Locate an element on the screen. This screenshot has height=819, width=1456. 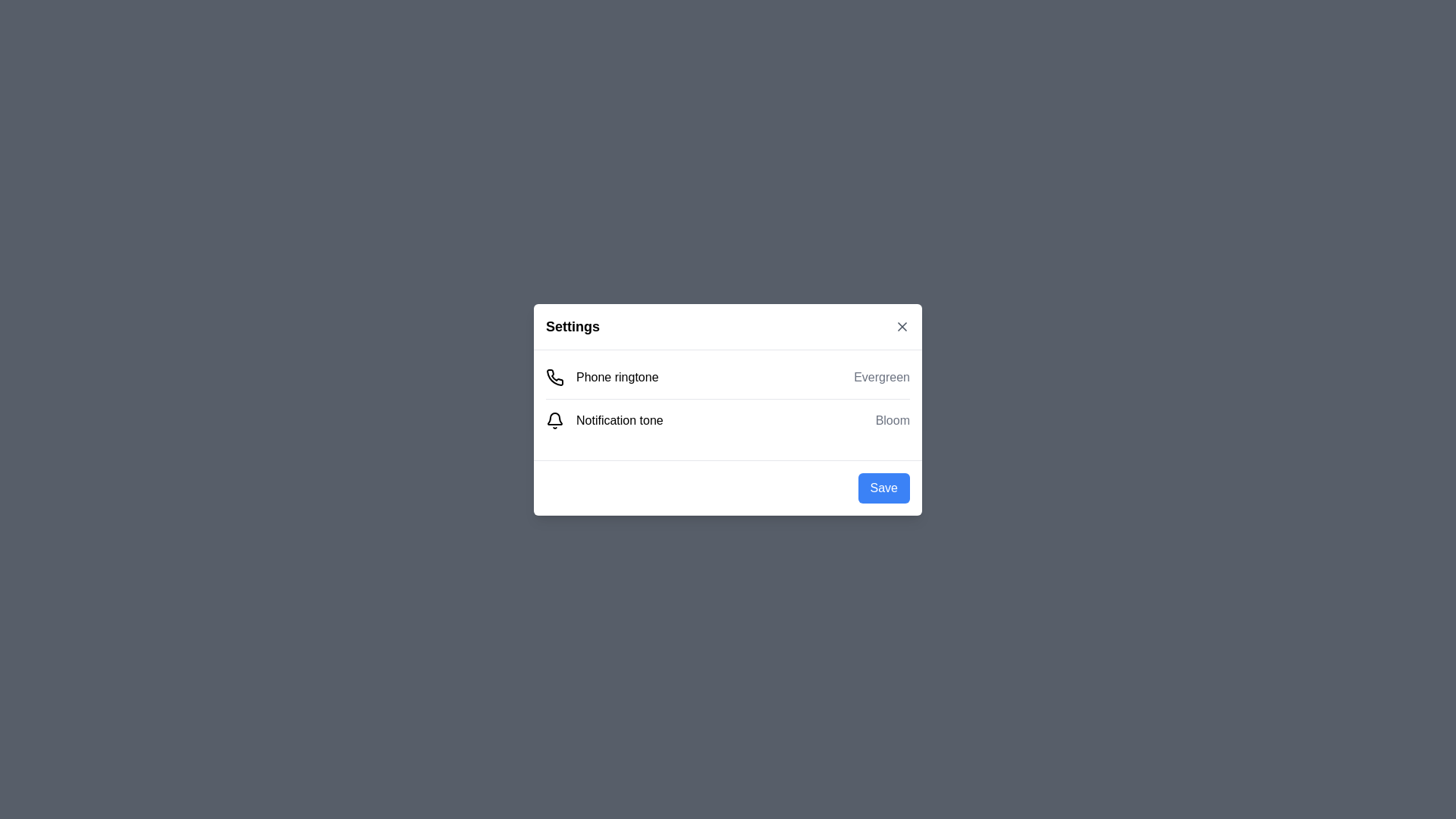
lower segment of the notification bell icon, which is part of an SVG graphic located on the left side of the 'Notification tone' row in a dialog box is located at coordinates (554, 418).